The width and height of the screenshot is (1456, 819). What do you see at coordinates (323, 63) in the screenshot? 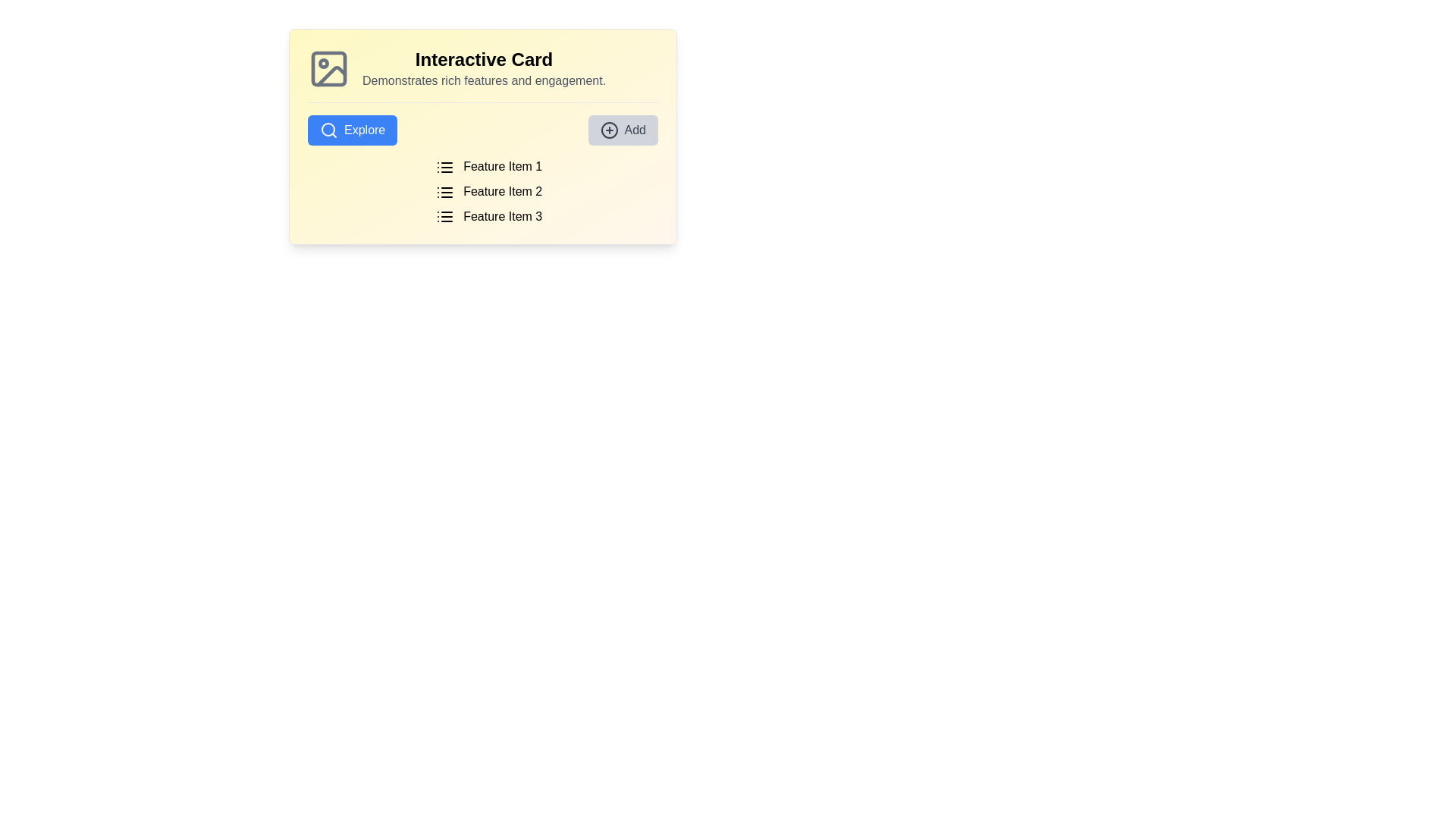
I see `the small circular dot within the SVG icon that depicts an image, located at the top-left corner of the card labeled 'Interactive Card'` at bounding box center [323, 63].